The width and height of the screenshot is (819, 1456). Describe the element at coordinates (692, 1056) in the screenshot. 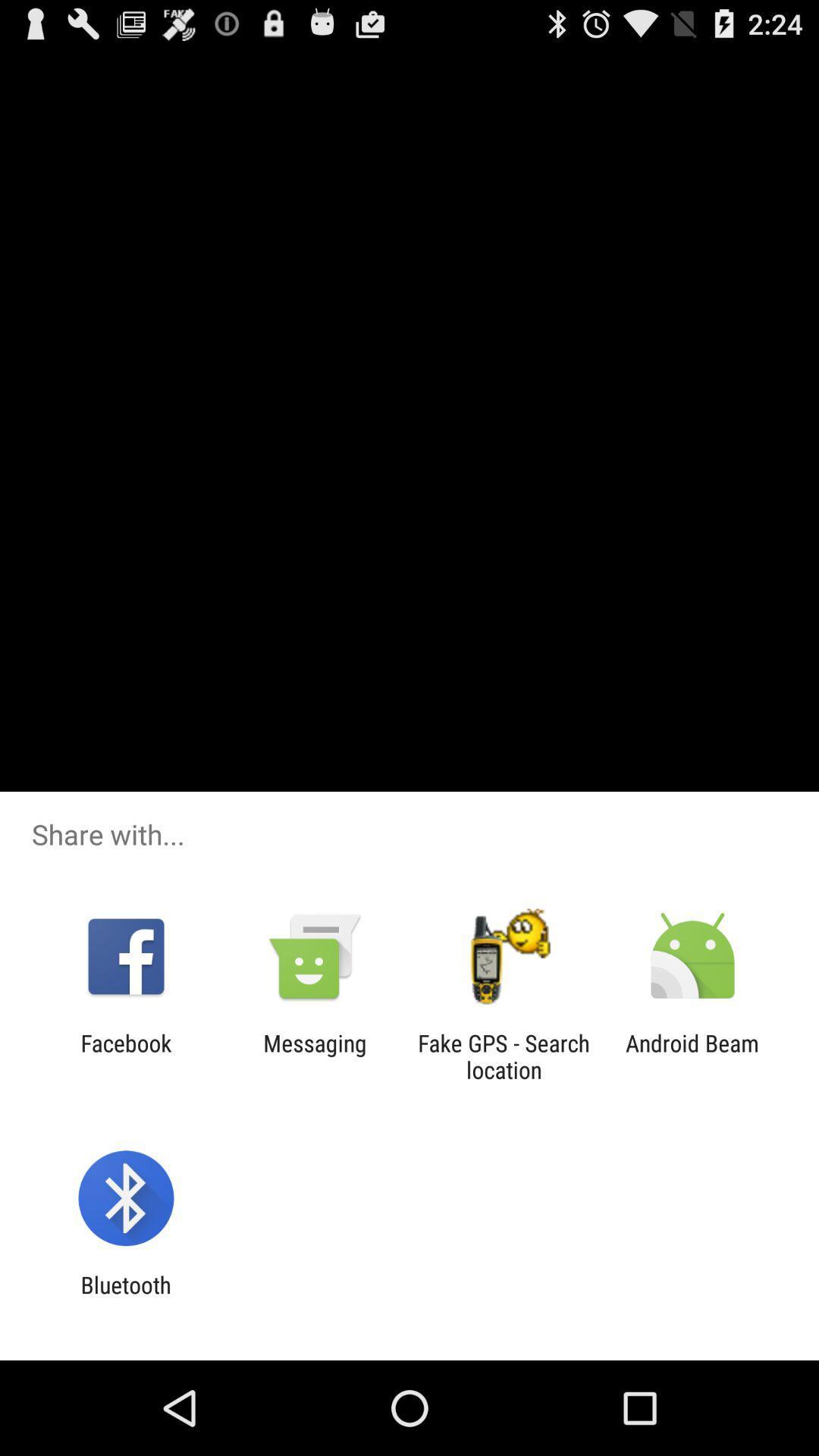

I see `the item next to the fake gps search app` at that location.